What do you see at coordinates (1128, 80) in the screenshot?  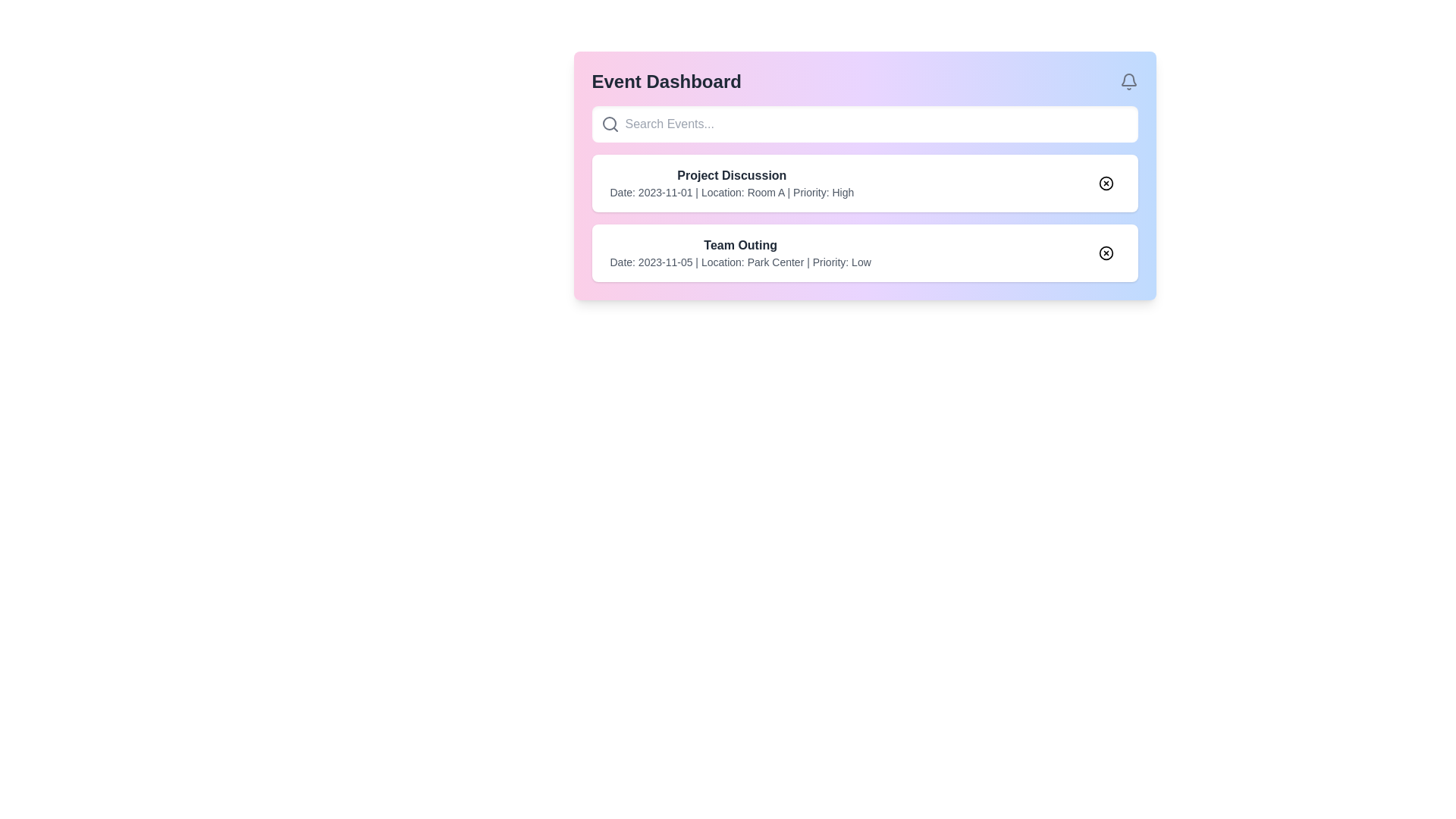 I see `the notification bell icon located in the top-right corner of the blue dashboard header, which is represented as a vector graphic and is non-interactive` at bounding box center [1128, 80].